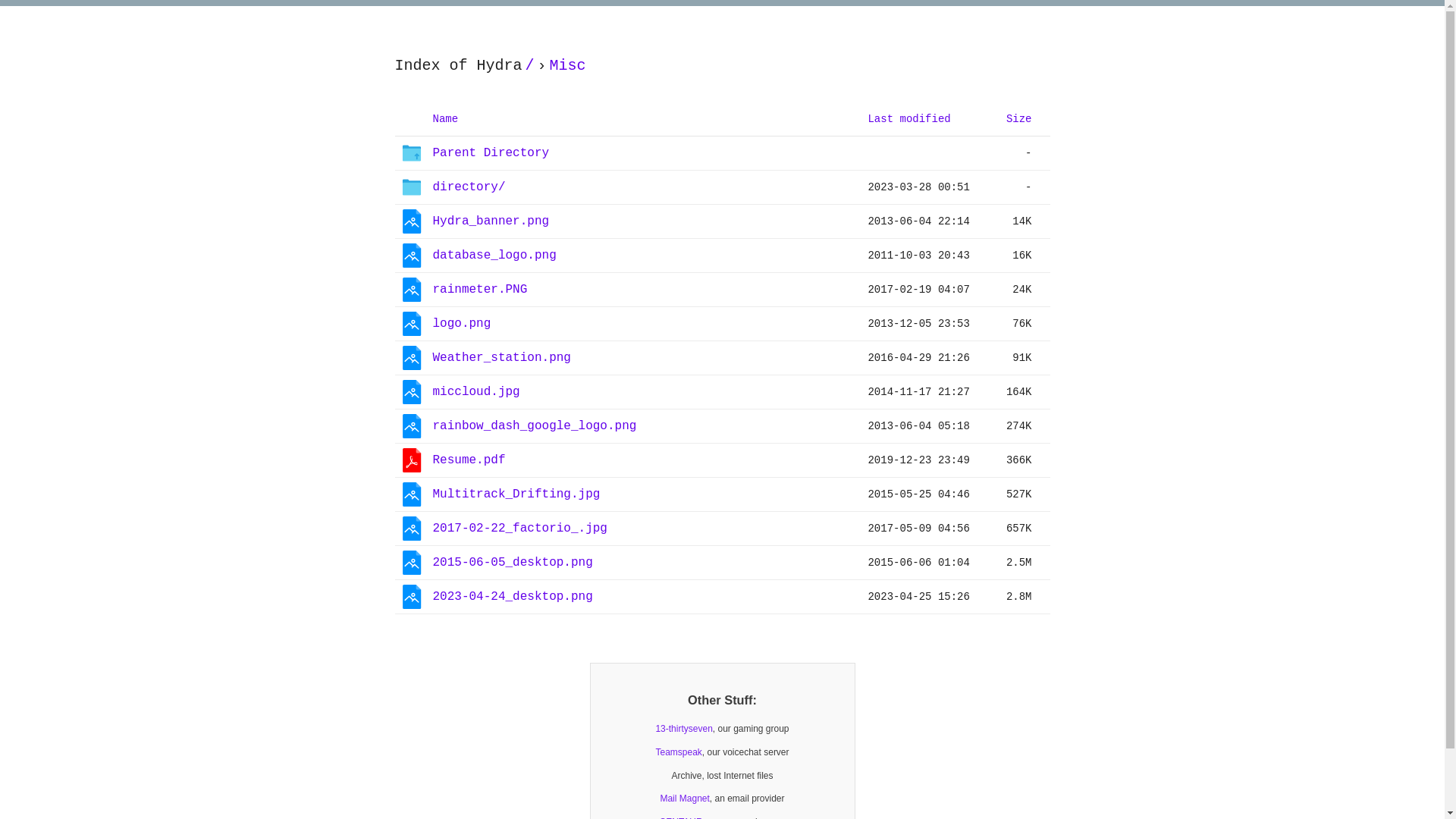 Image resolution: width=1456 pixels, height=819 pixels. I want to click on 'Size', so click(1019, 118).